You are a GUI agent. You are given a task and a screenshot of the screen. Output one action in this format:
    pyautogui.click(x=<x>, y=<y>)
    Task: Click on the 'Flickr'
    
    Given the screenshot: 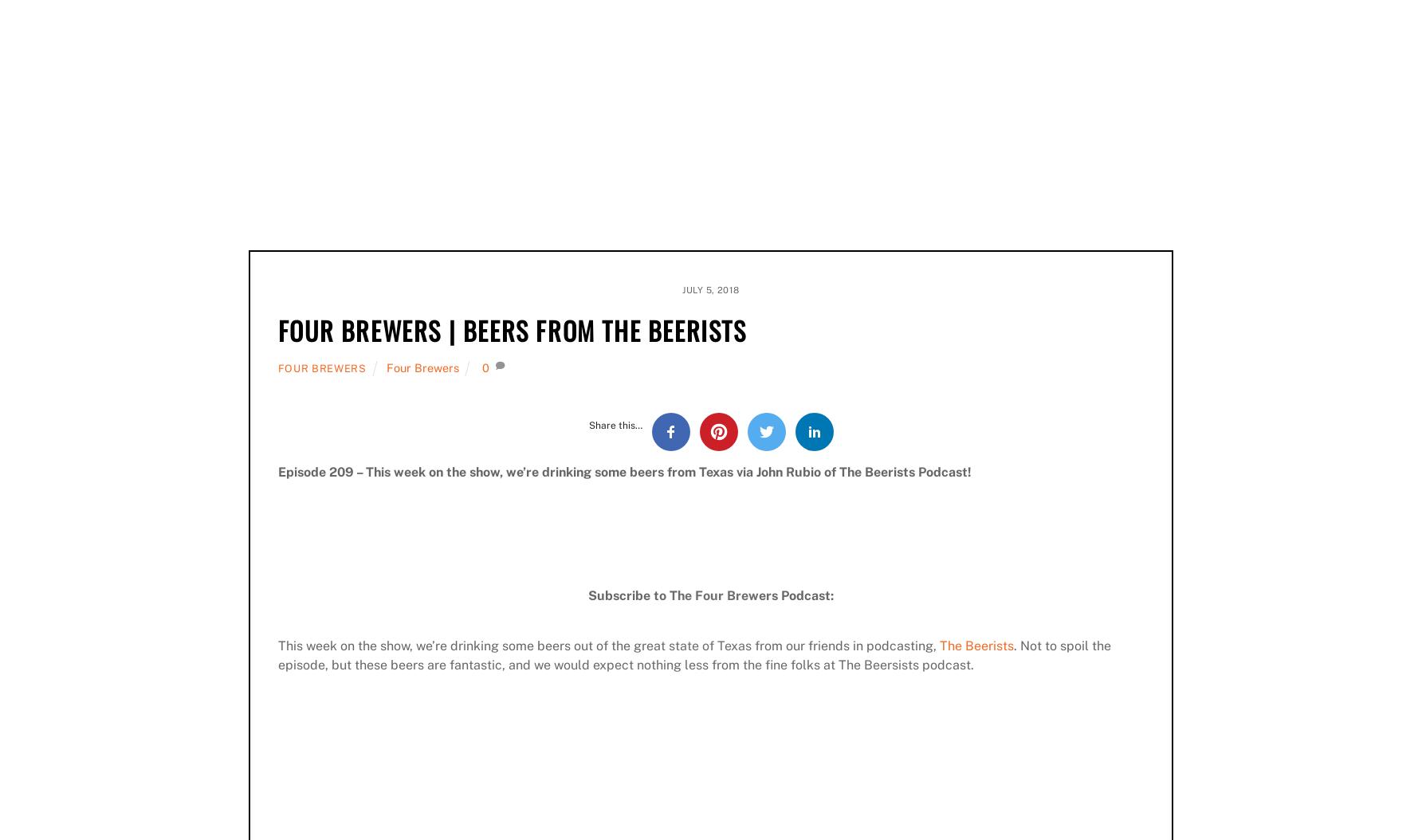 What is the action you would take?
    pyautogui.click(x=617, y=163)
    